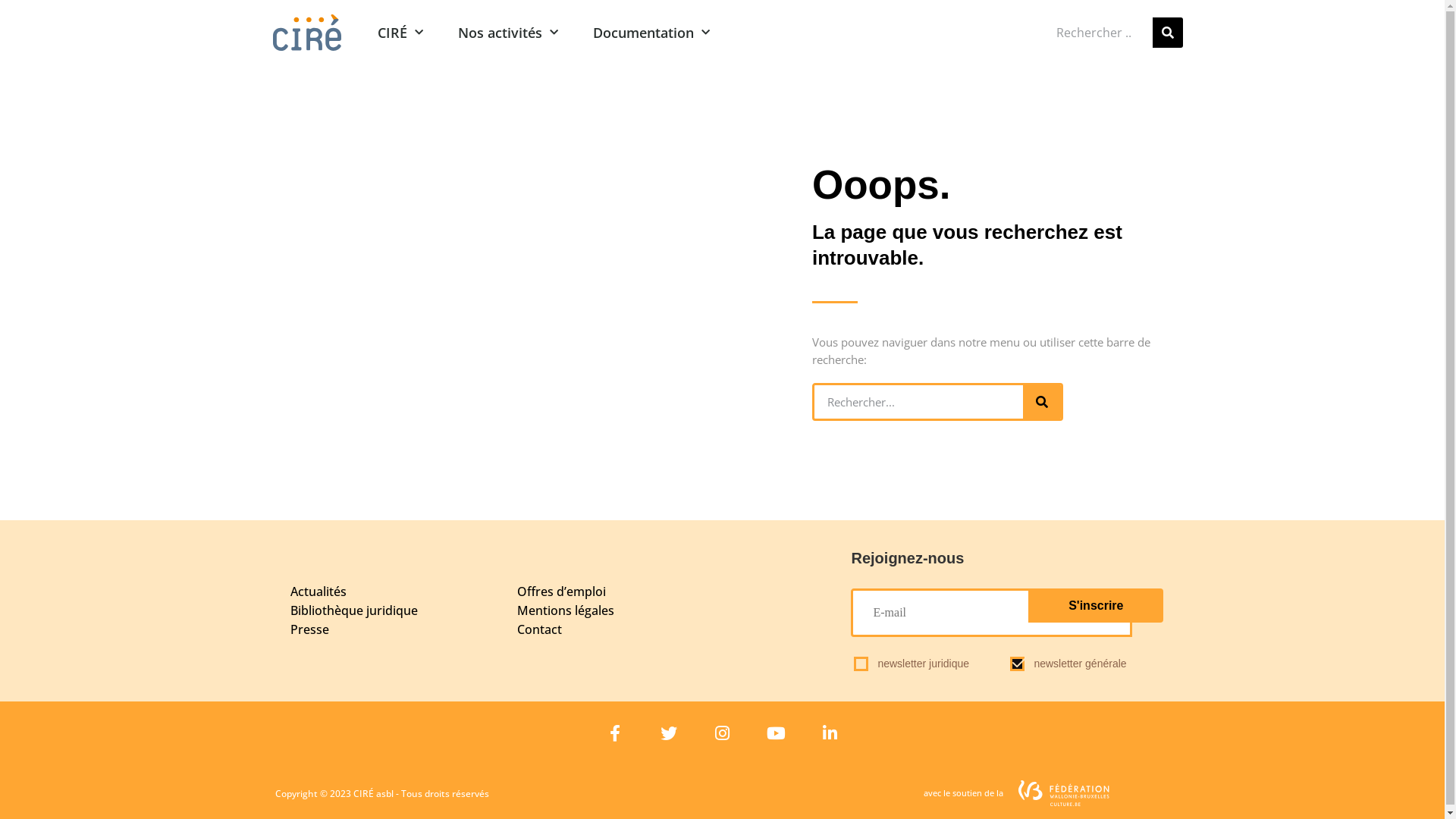  What do you see at coordinates (651, 32) in the screenshot?
I see `'Documentation'` at bounding box center [651, 32].